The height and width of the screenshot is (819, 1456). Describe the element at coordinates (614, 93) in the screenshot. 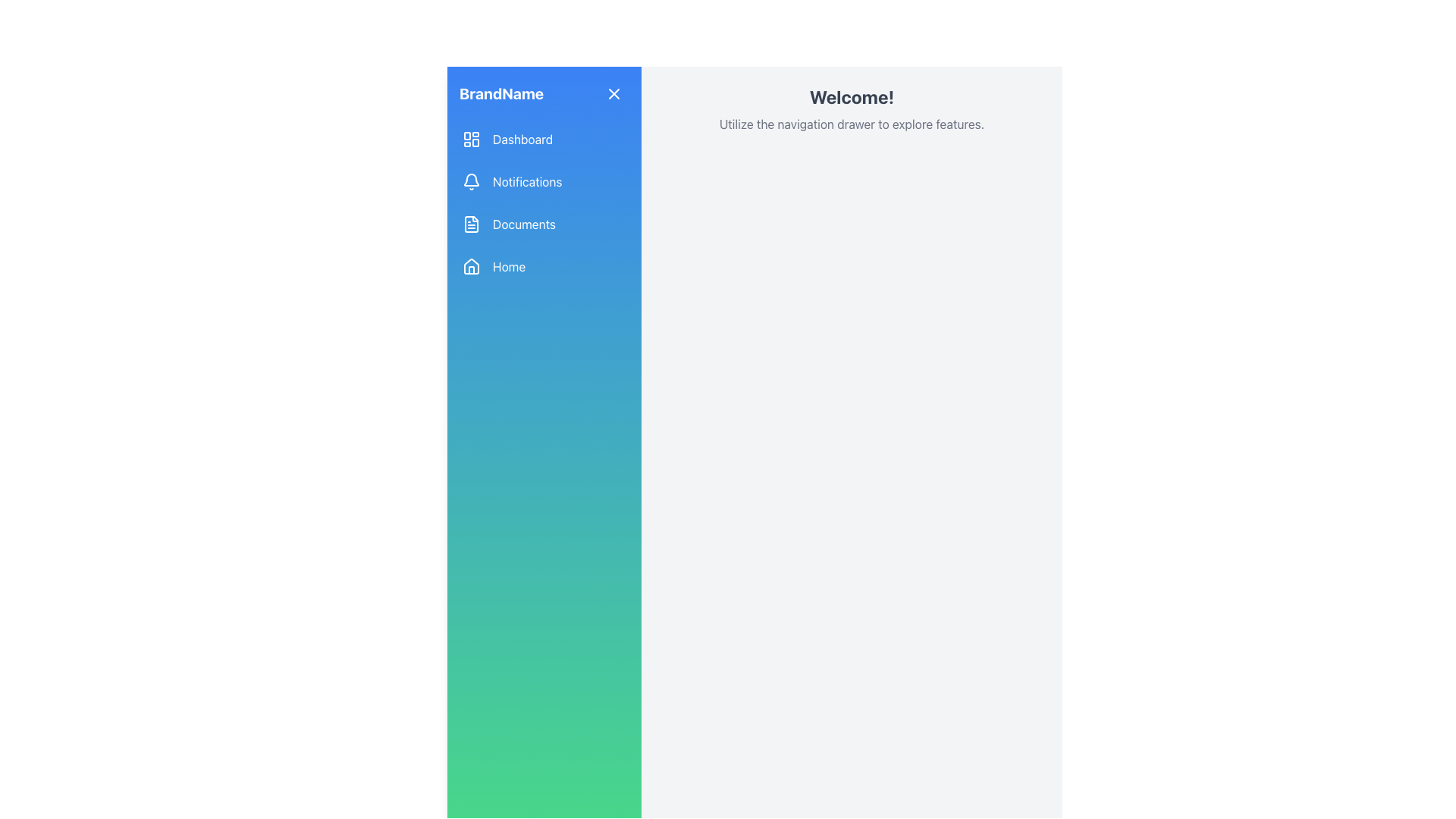

I see `the small 'X' icon with a blue circular background located in the top-right corner of the vertical sidebar adjacent to 'BrandName'` at that location.